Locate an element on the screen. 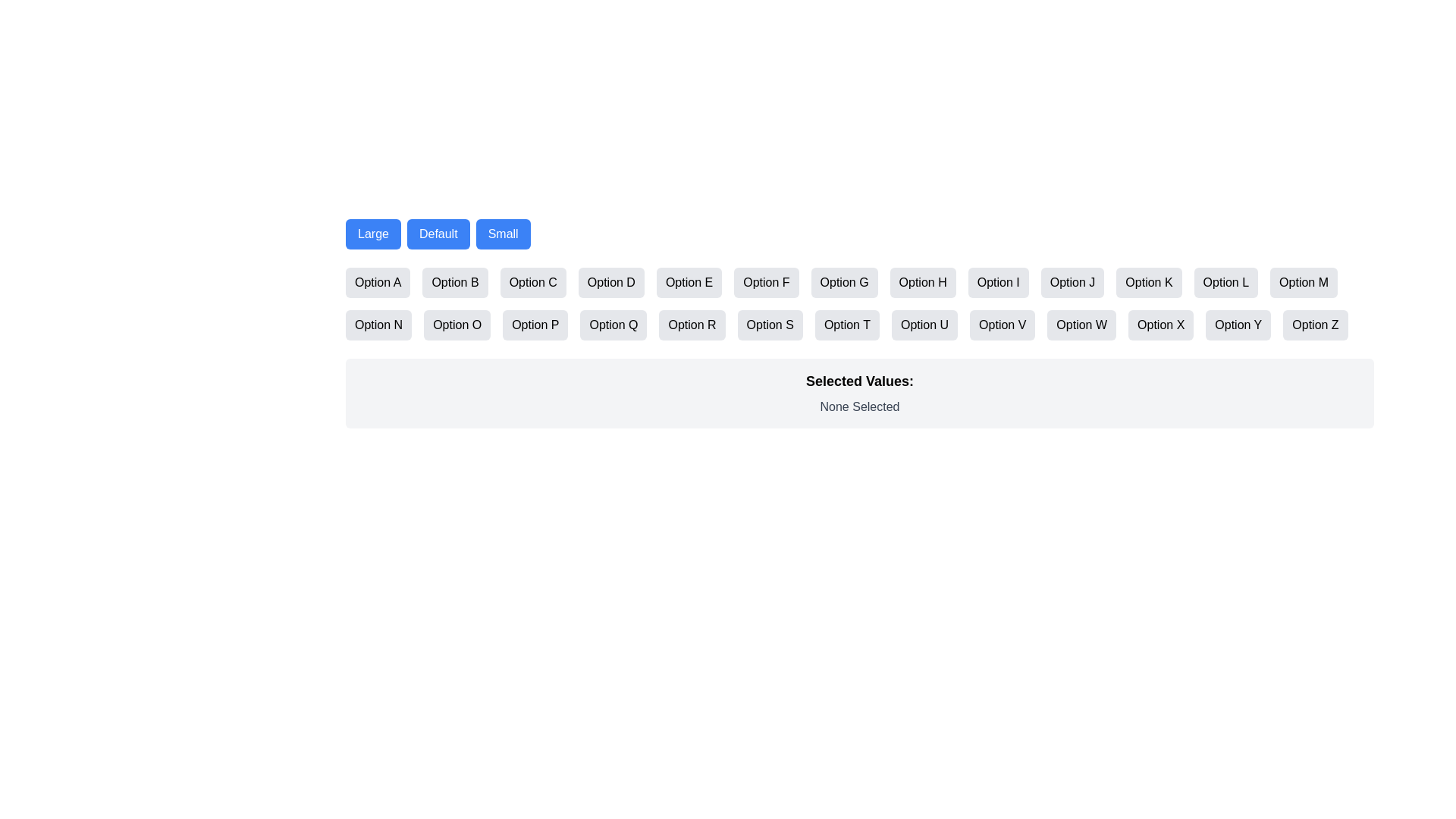 This screenshot has width=1456, height=819. the 'Option Z' button, which is a rectangular button with rounded corners and a light gray background, located at the bottom right corner of the grid layout is located at coordinates (1314, 324).